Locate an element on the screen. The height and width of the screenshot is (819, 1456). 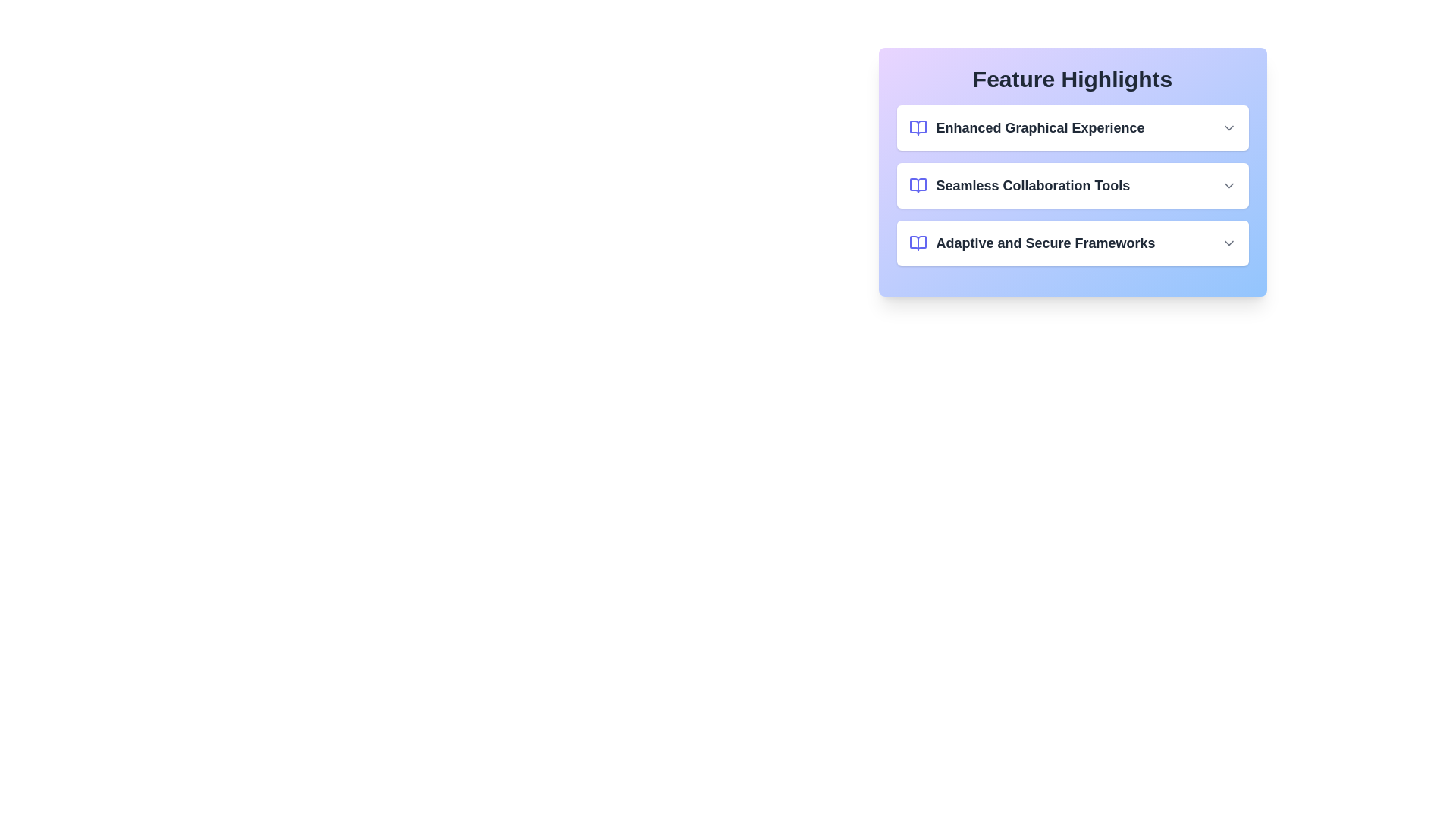
the right leaf of the open book icon, which is located to the left of the 'Adaptive and Secure Frameworks' text in the last item of the 'Feature Highlights' section is located at coordinates (917, 242).